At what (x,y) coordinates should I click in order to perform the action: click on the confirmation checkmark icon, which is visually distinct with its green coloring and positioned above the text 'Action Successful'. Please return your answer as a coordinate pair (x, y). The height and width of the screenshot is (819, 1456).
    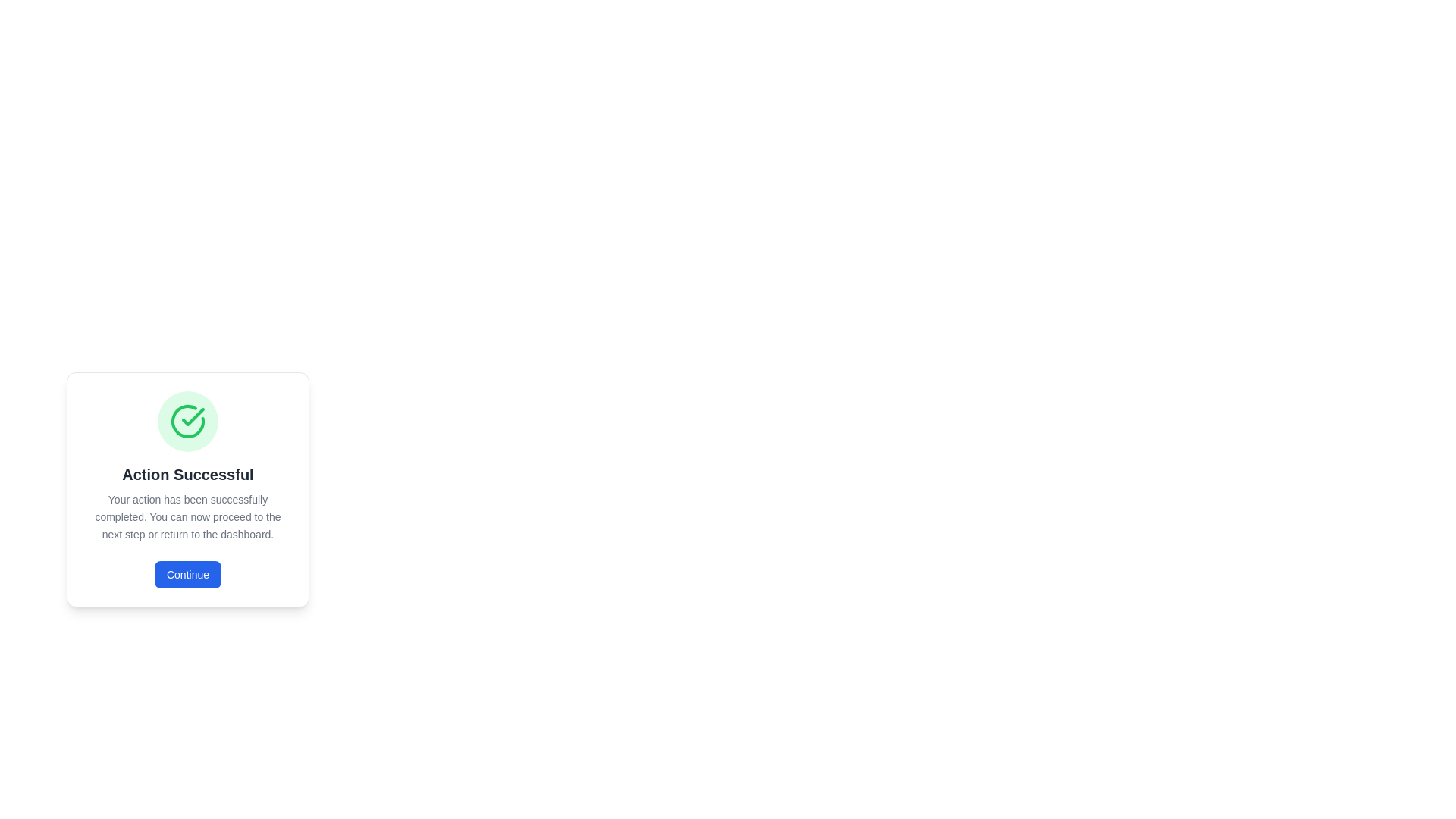
    Looking at the image, I should click on (187, 421).